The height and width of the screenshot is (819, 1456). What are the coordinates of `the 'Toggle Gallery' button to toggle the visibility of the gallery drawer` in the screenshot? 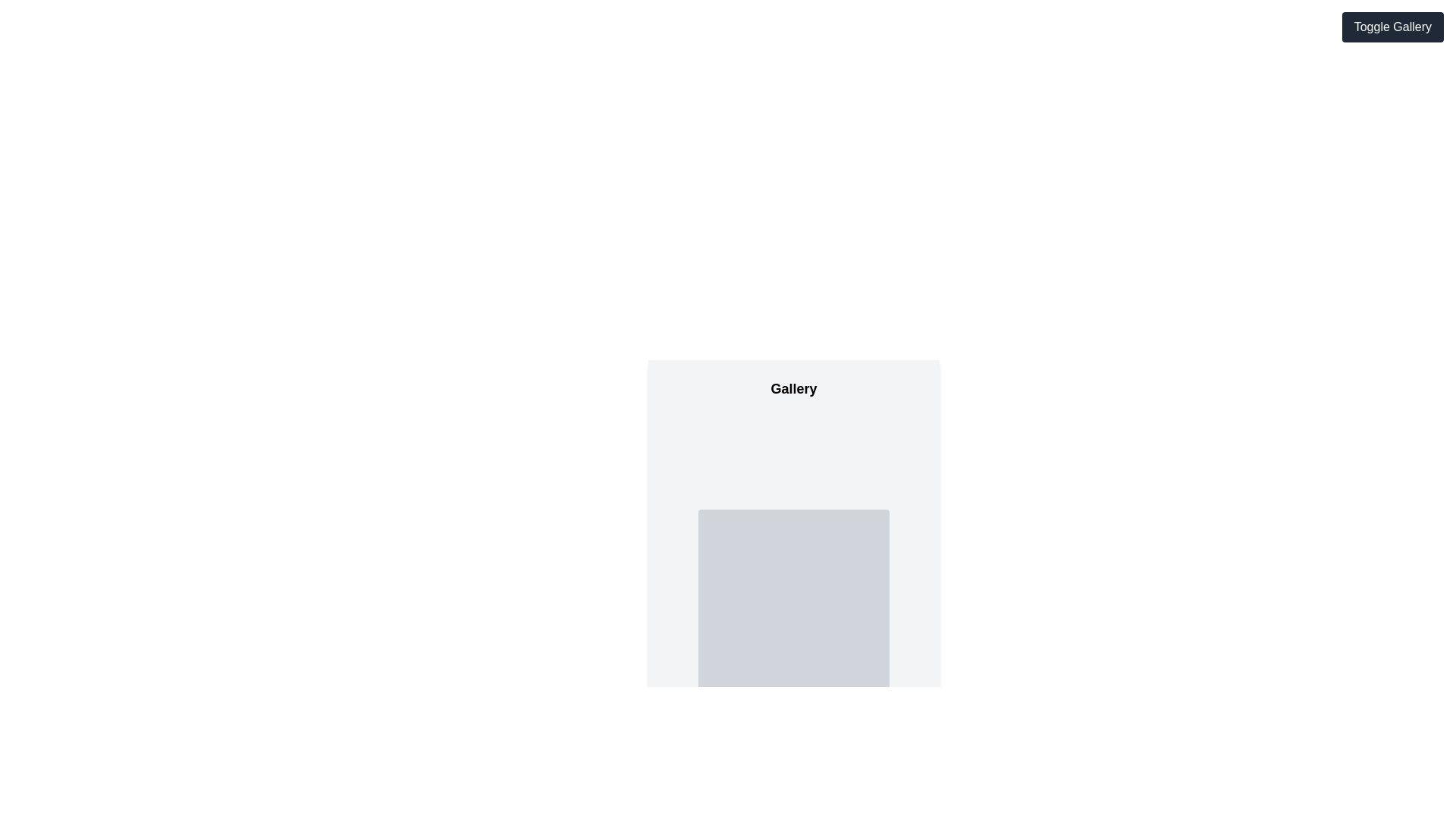 It's located at (1392, 27).